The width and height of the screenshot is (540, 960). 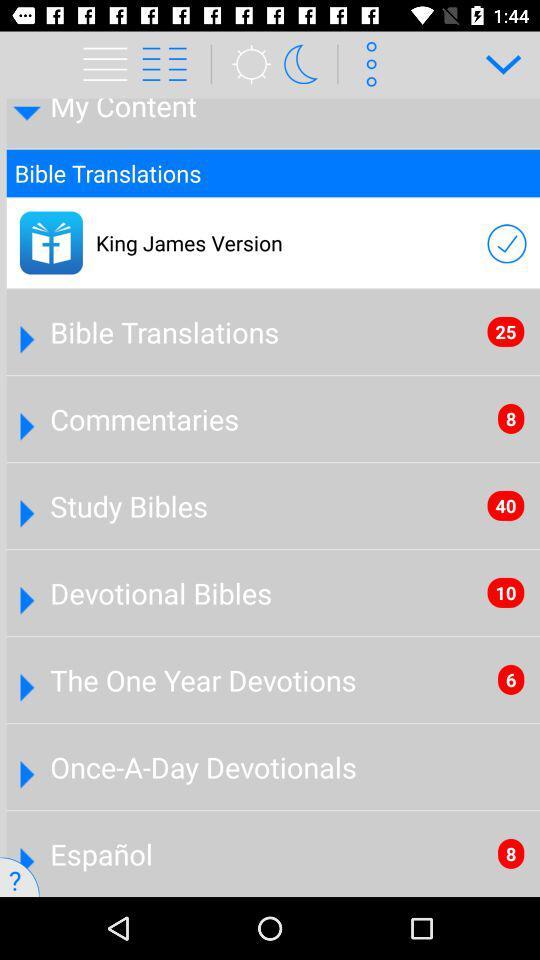 What do you see at coordinates (367, 64) in the screenshot?
I see `the more icon` at bounding box center [367, 64].